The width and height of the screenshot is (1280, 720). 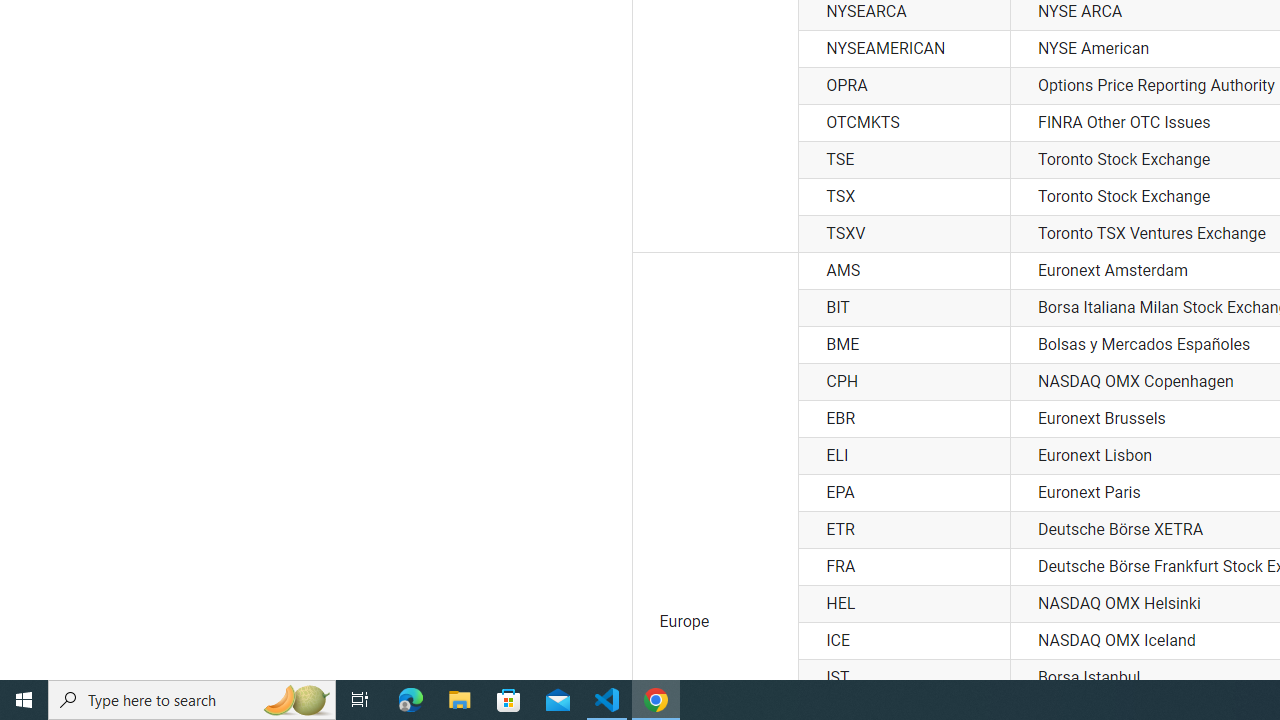 I want to click on 'TSXV', so click(x=903, y=233).